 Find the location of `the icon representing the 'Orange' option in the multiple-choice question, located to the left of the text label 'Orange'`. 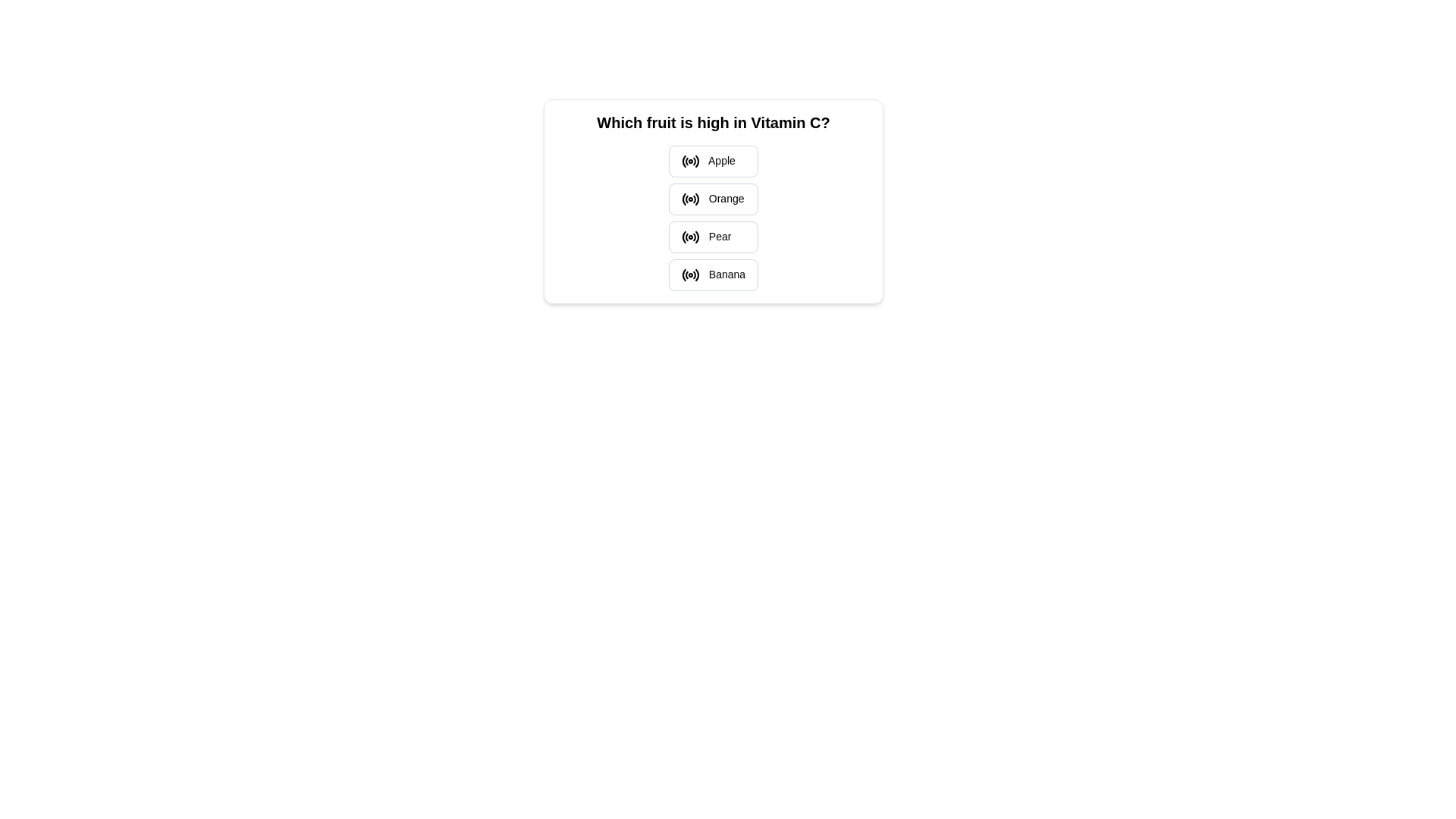

the icon representing the 'Orange' option in the multiple-choice question, located to the left of the text label 'Orange' is located at coordinates (689, 198).